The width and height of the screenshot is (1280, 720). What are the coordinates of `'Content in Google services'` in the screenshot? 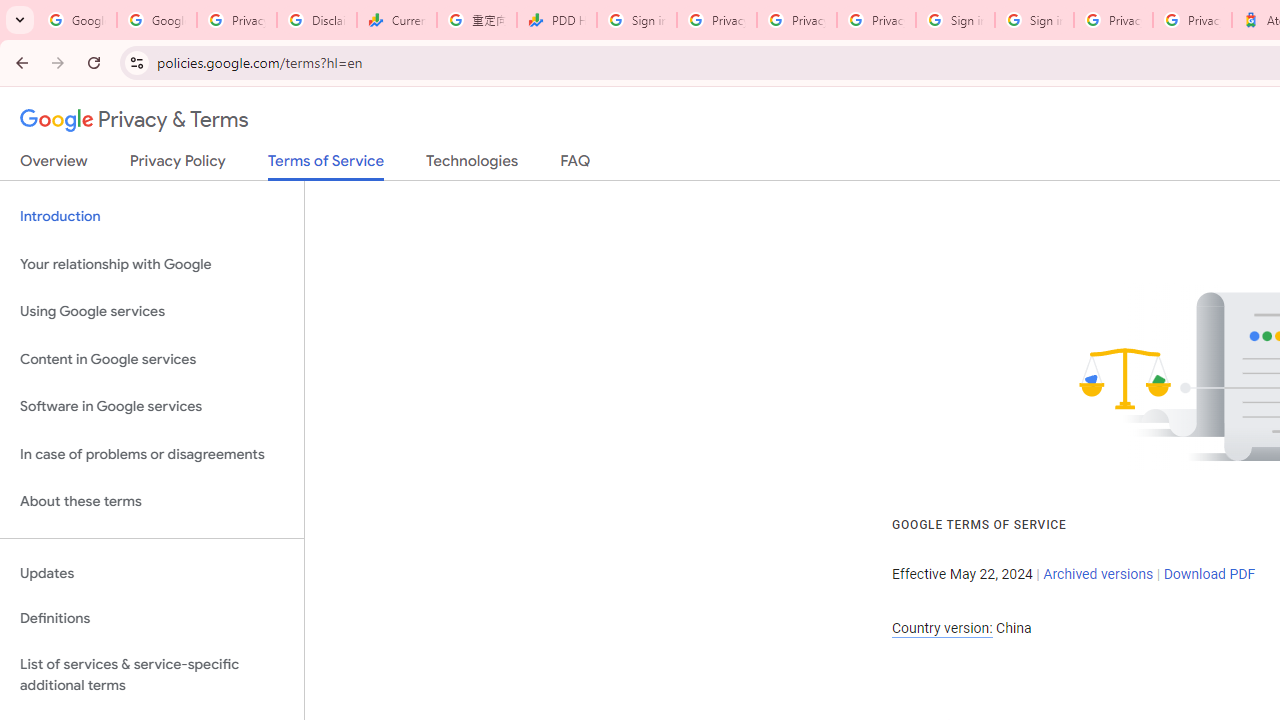 It's located at (151, 358).